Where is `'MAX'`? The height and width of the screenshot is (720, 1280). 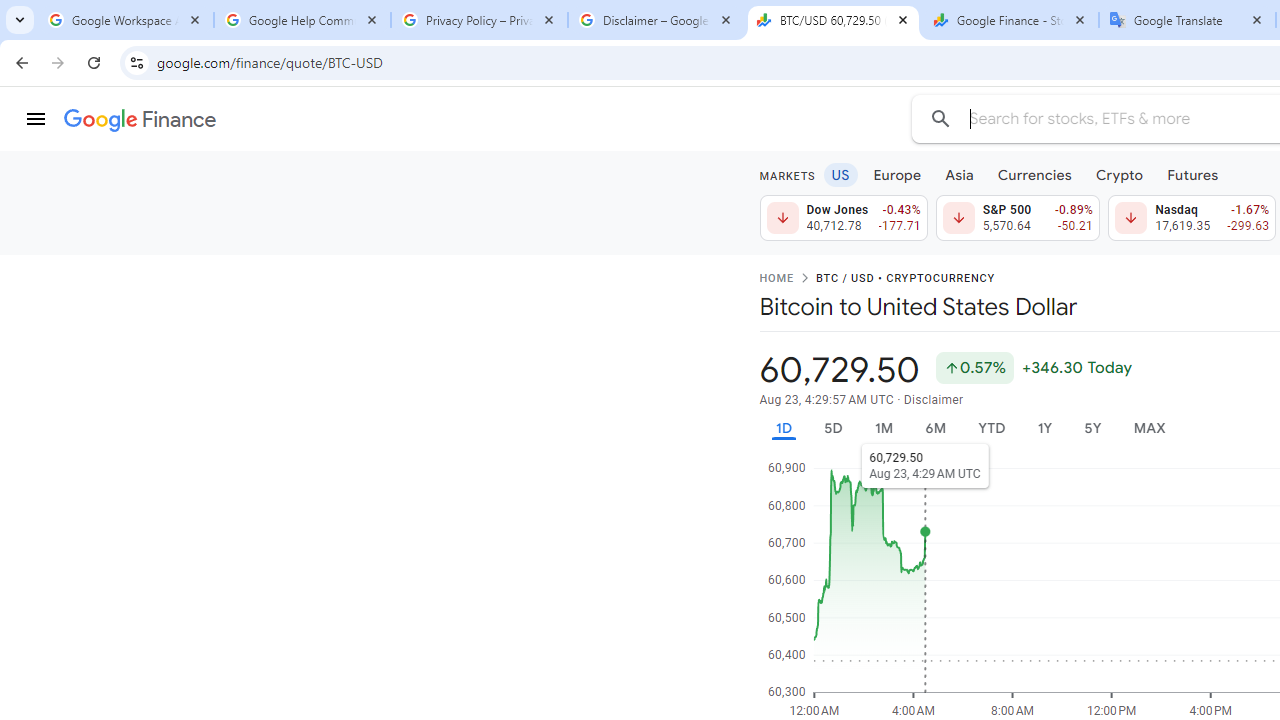 'MAX' is located at coordinates (1149, 427).